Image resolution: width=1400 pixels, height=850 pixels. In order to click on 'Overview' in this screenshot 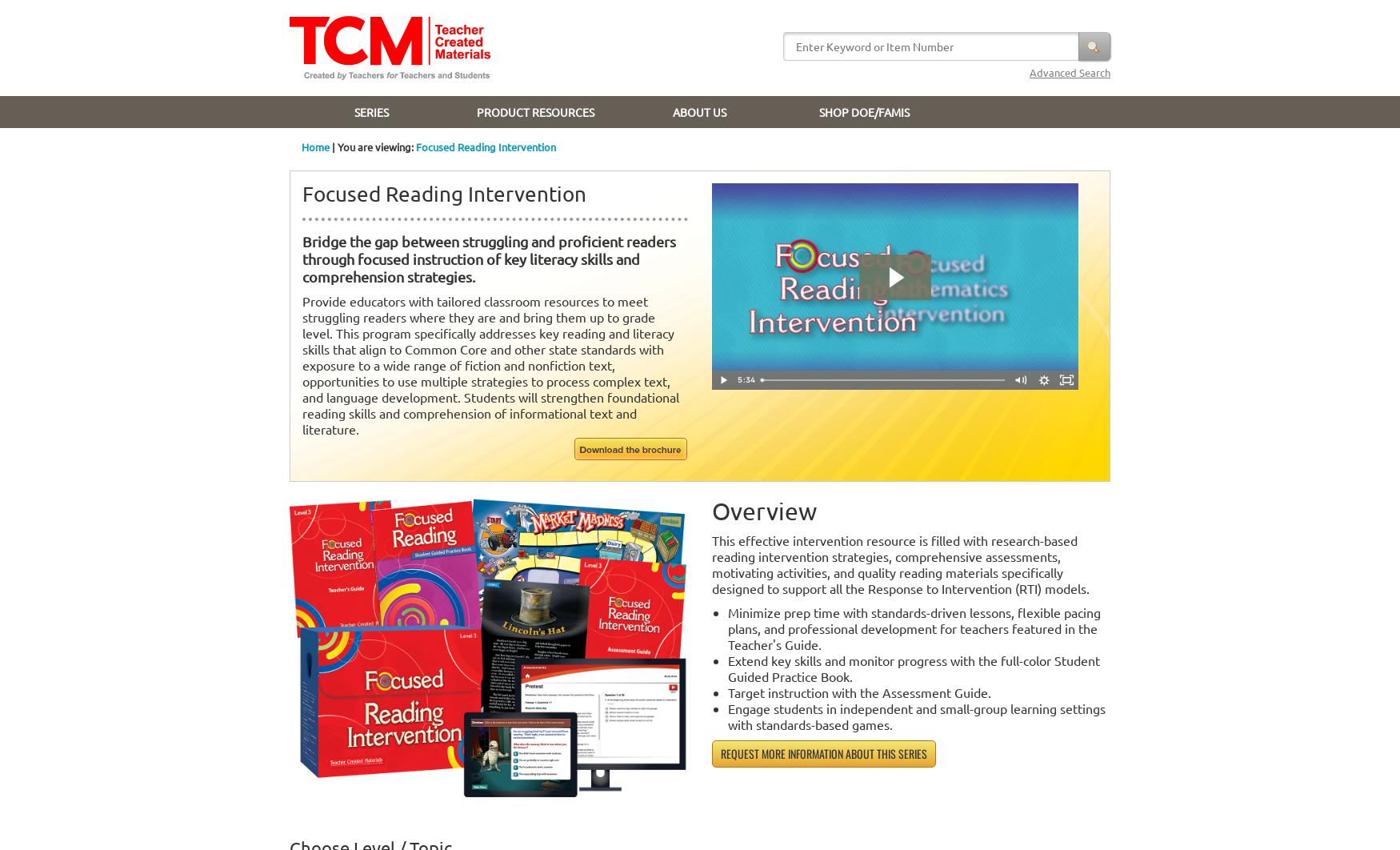, I will do `click(764, 511)`.